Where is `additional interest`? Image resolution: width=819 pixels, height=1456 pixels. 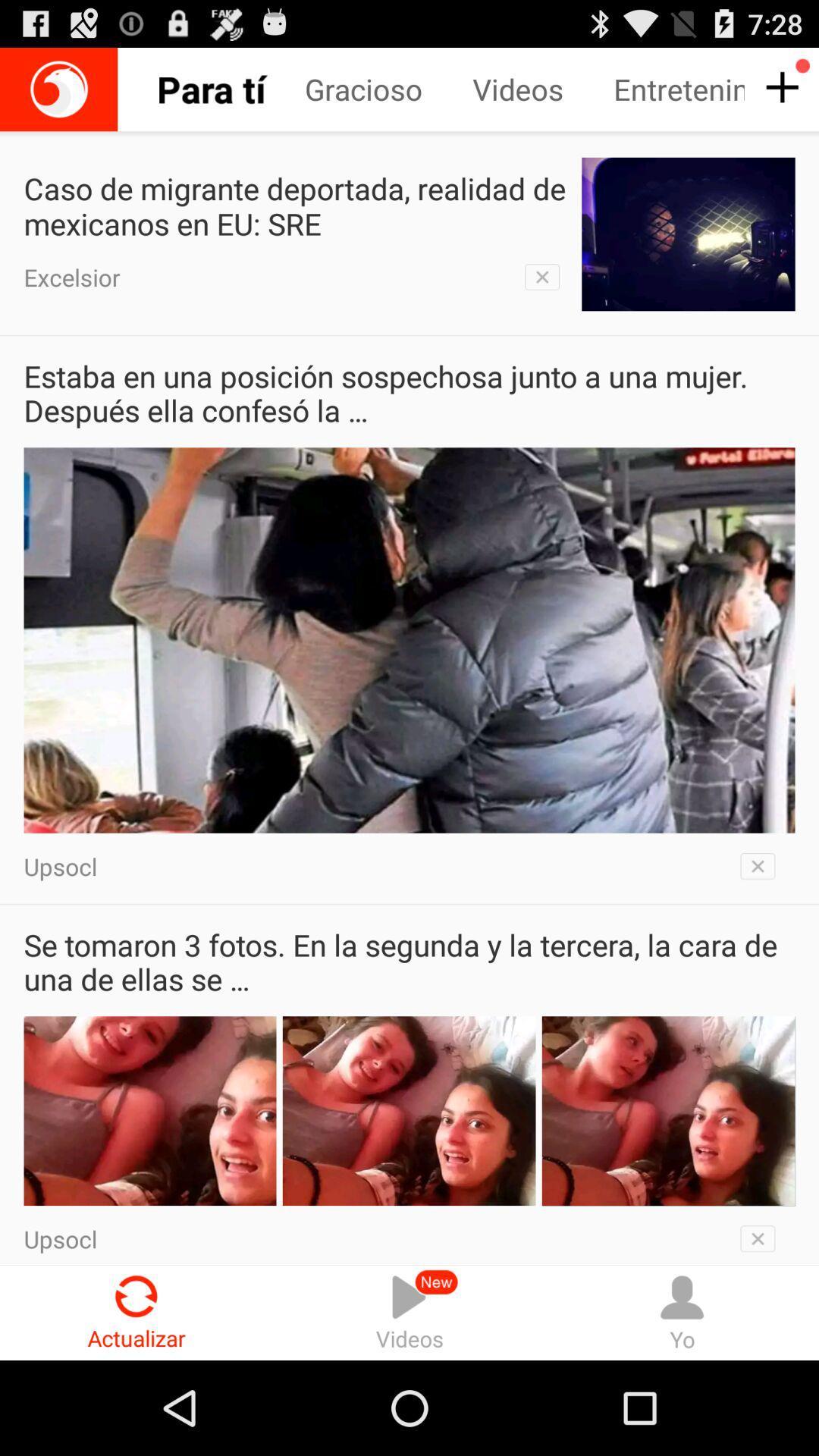
additional interest is located at coordinates (780, 87).